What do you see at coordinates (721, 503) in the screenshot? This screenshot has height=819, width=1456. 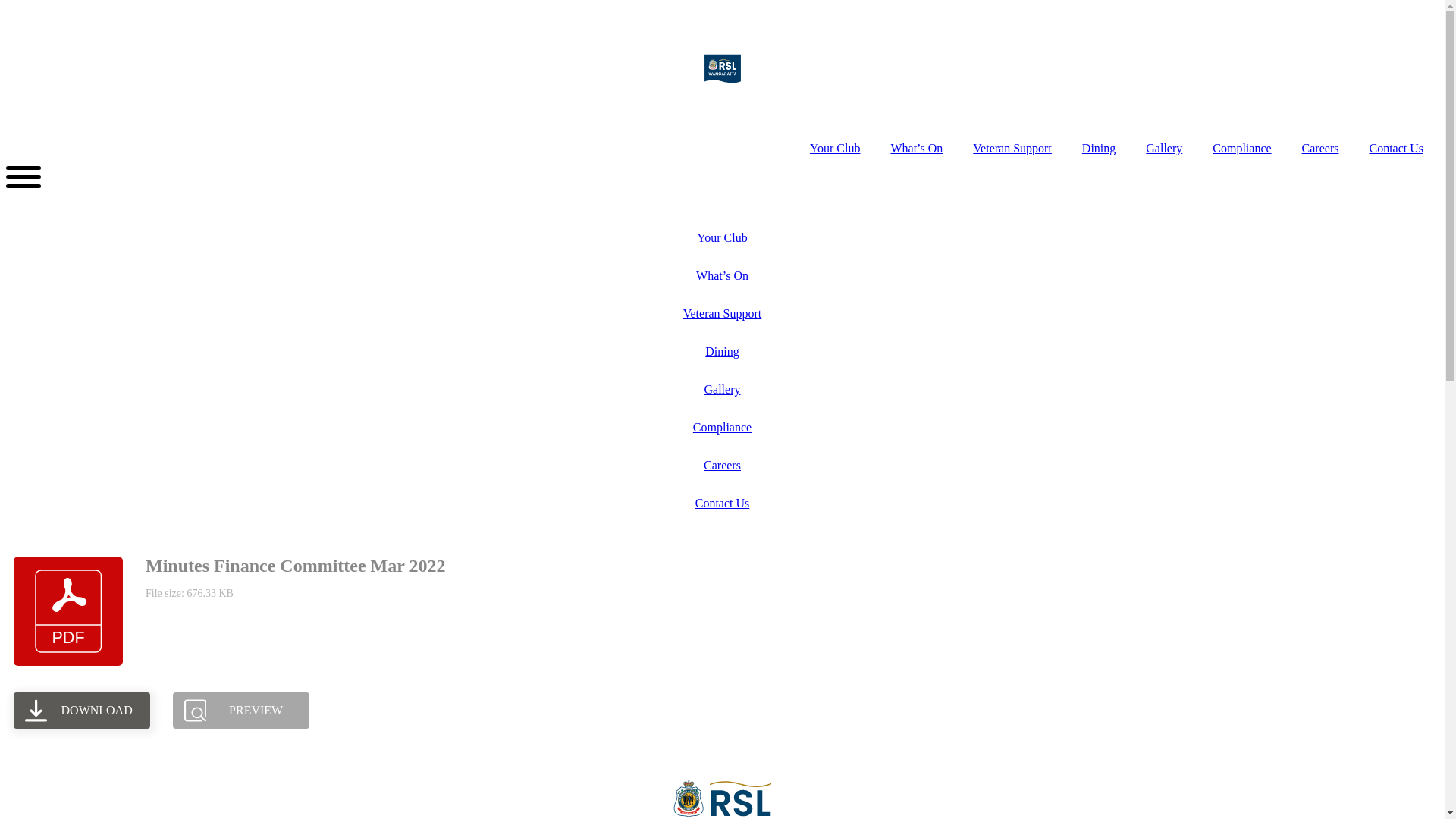 I see `'Contact Us'` at bounding box center [721, 503].